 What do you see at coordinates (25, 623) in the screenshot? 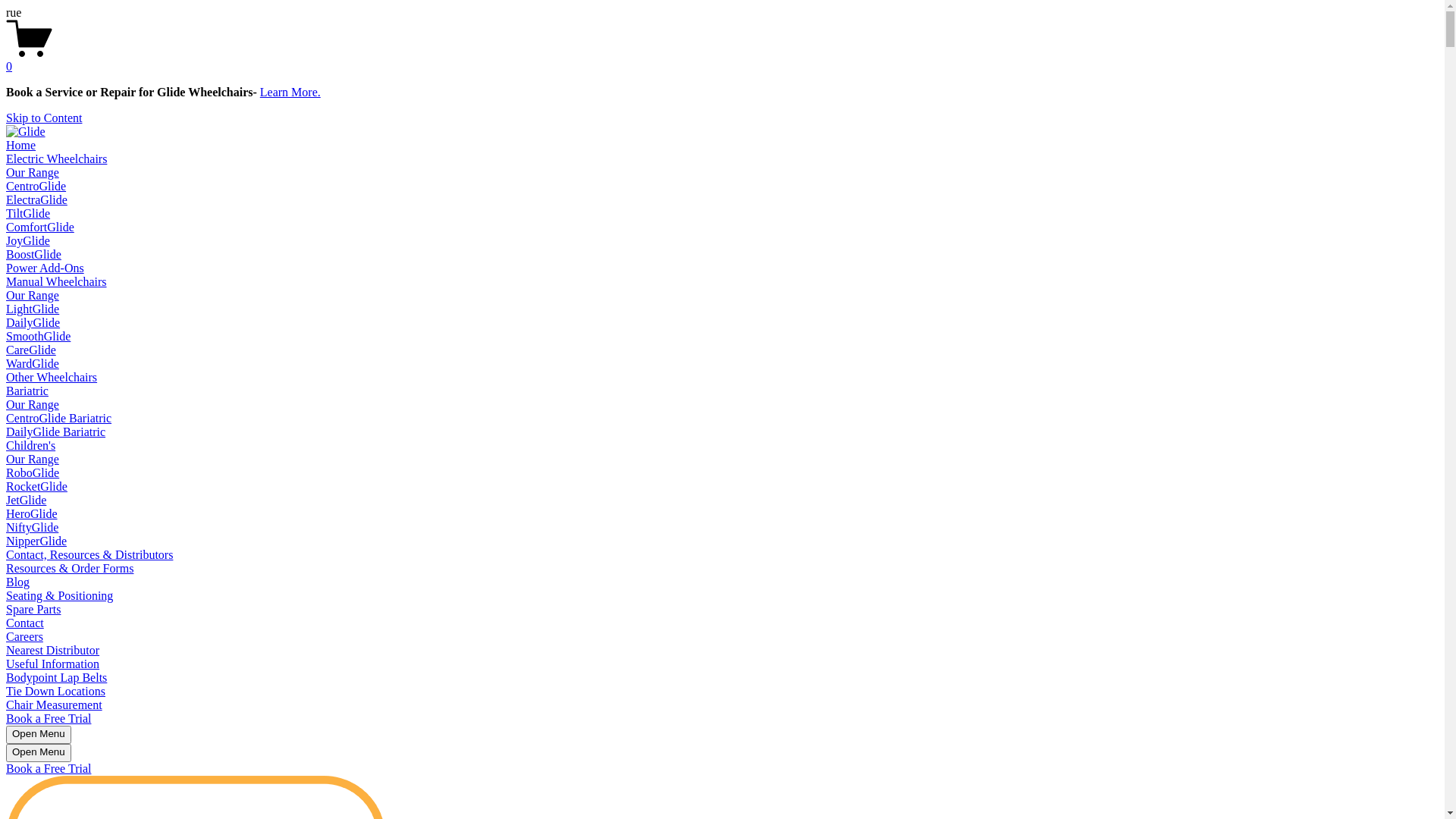
I see `'Contact'` at bounding box center [25, 623].